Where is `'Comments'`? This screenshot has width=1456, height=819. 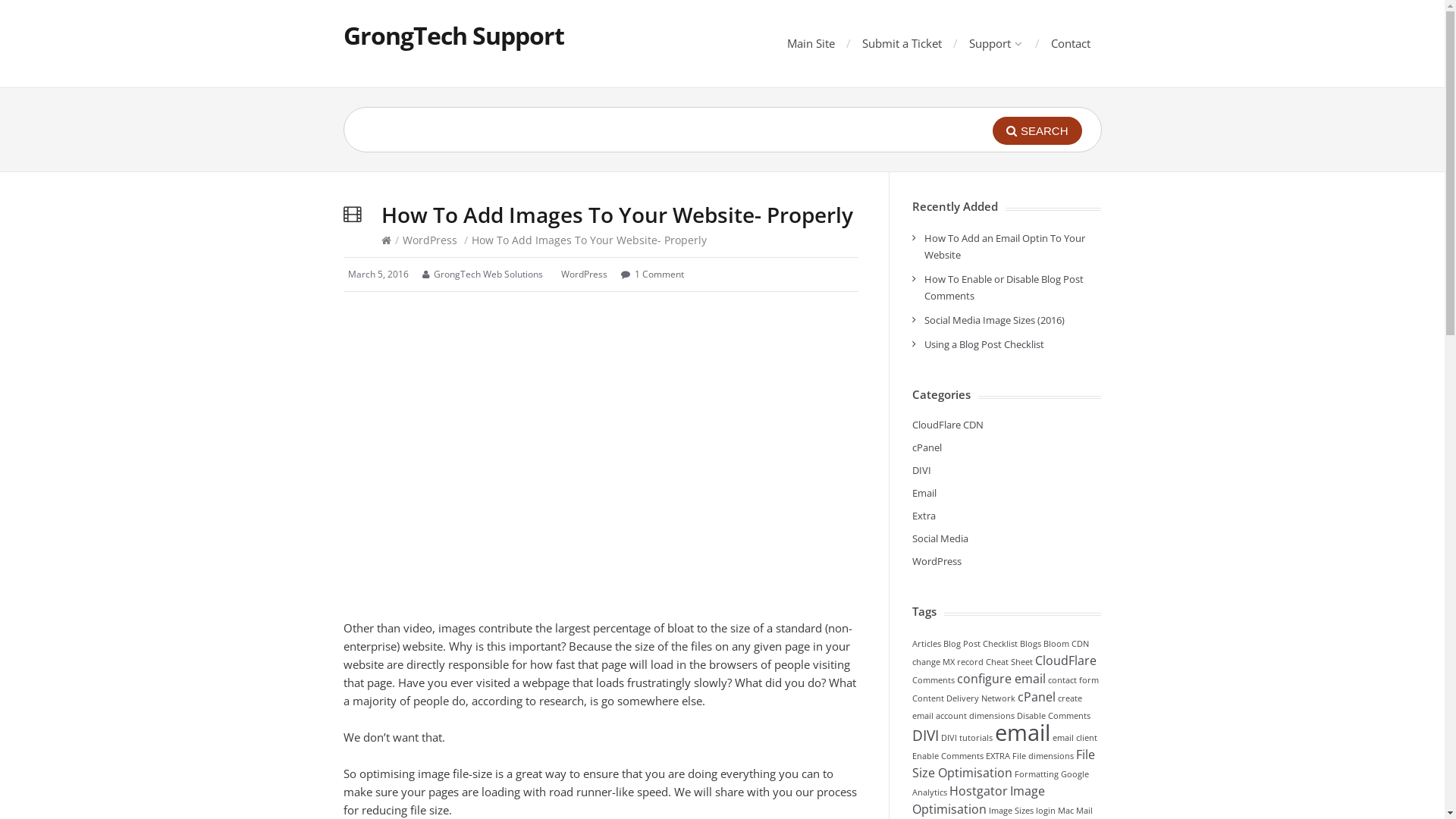
'Comments' is located at coordinates (931, 679).